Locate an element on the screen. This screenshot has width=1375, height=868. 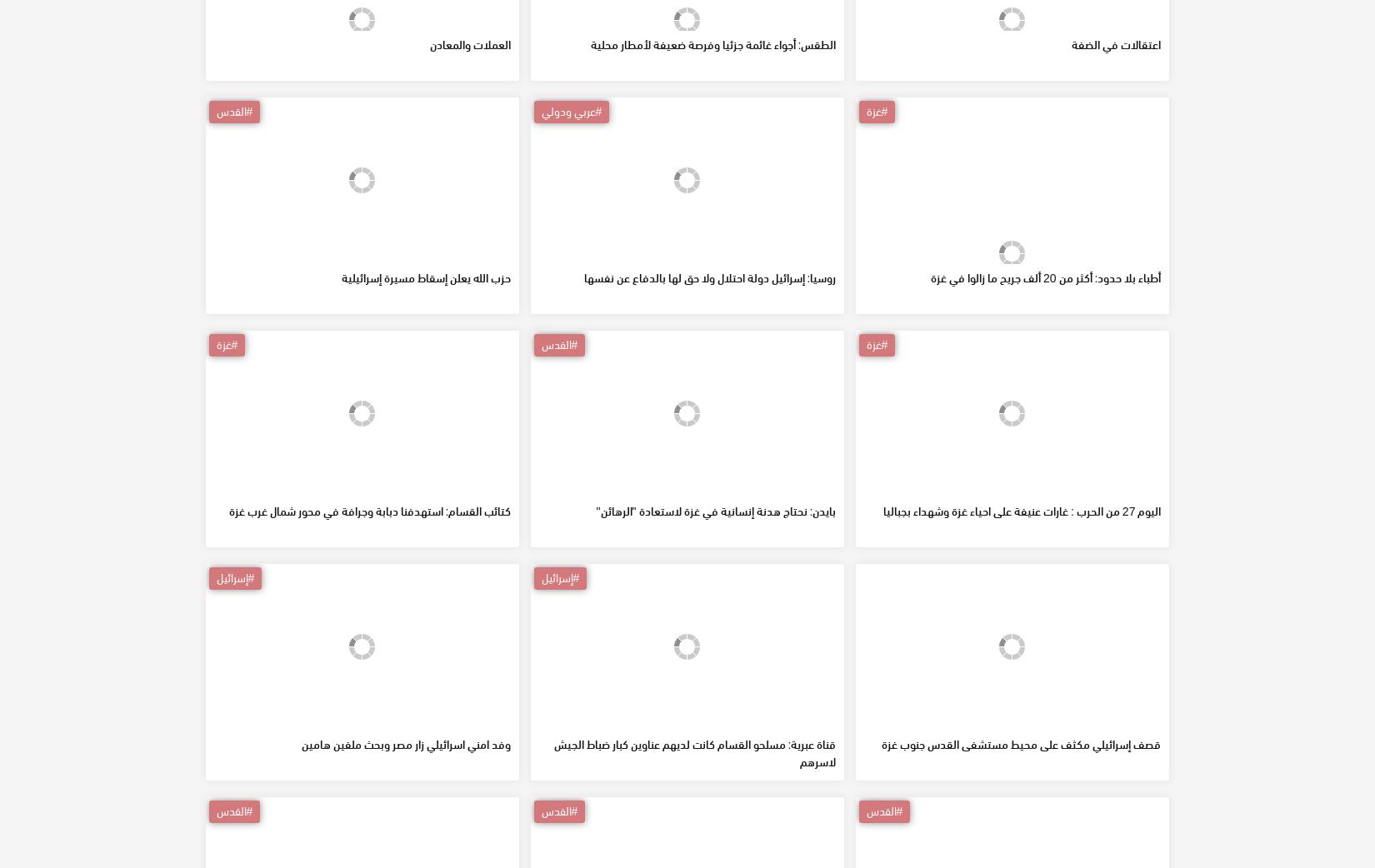
'#عربي ودولي' is located at coordinates (570, 231).